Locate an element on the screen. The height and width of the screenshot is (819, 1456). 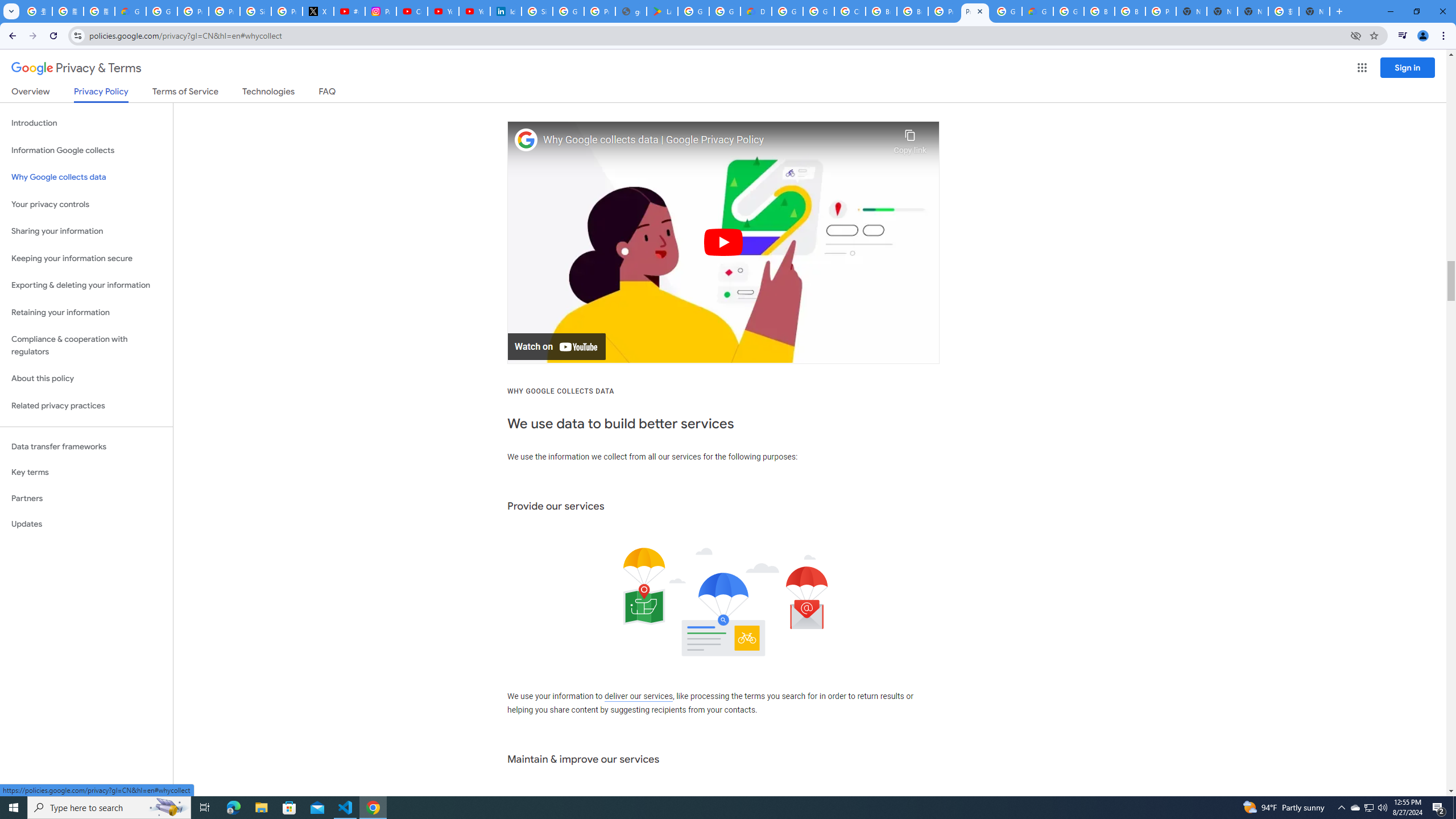
'Information Google collects' is located at coordinates (86, 150).